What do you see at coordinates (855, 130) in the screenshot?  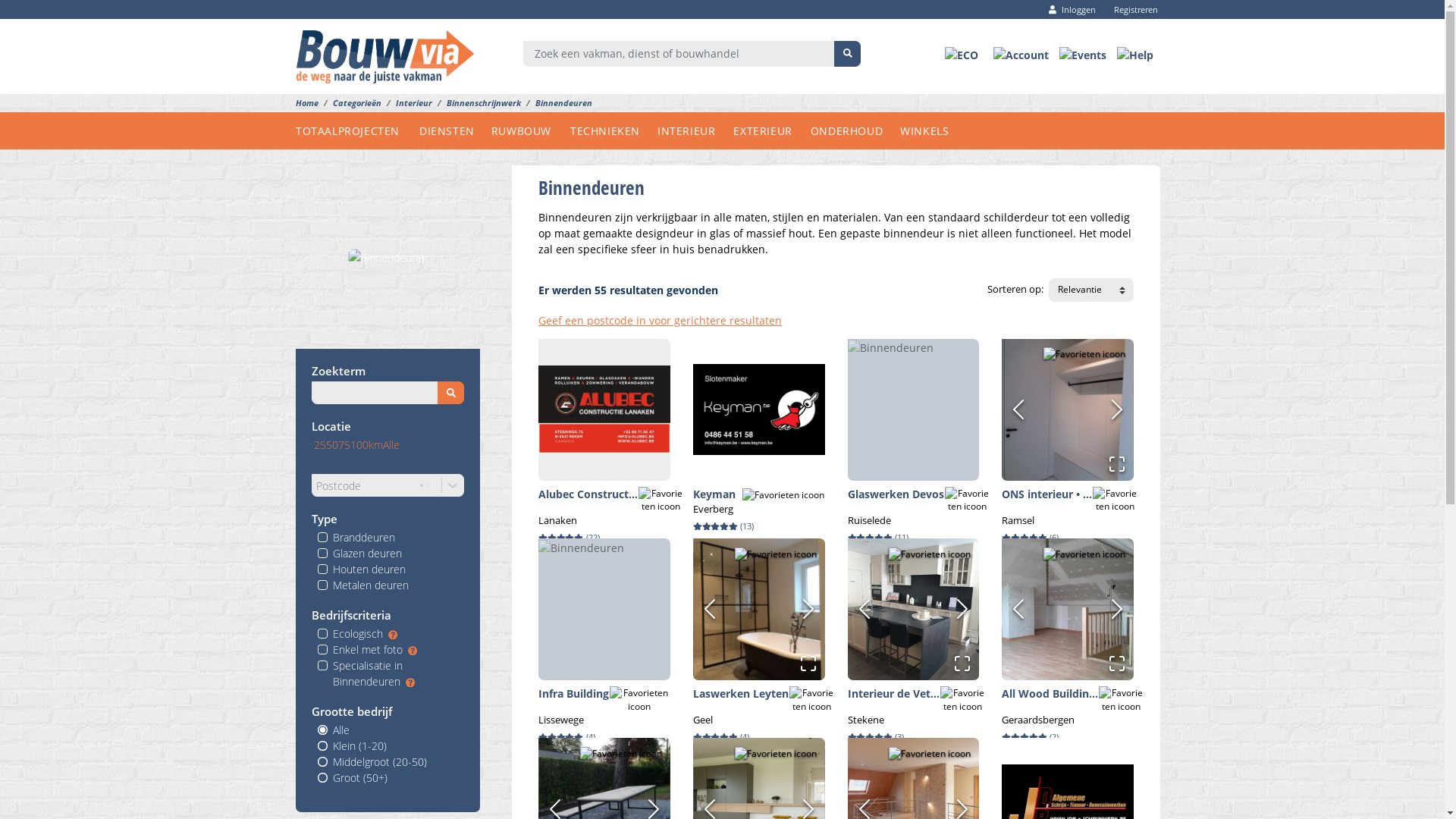 I see `'ONDERHOUD'` at bounding box center [855, 130].